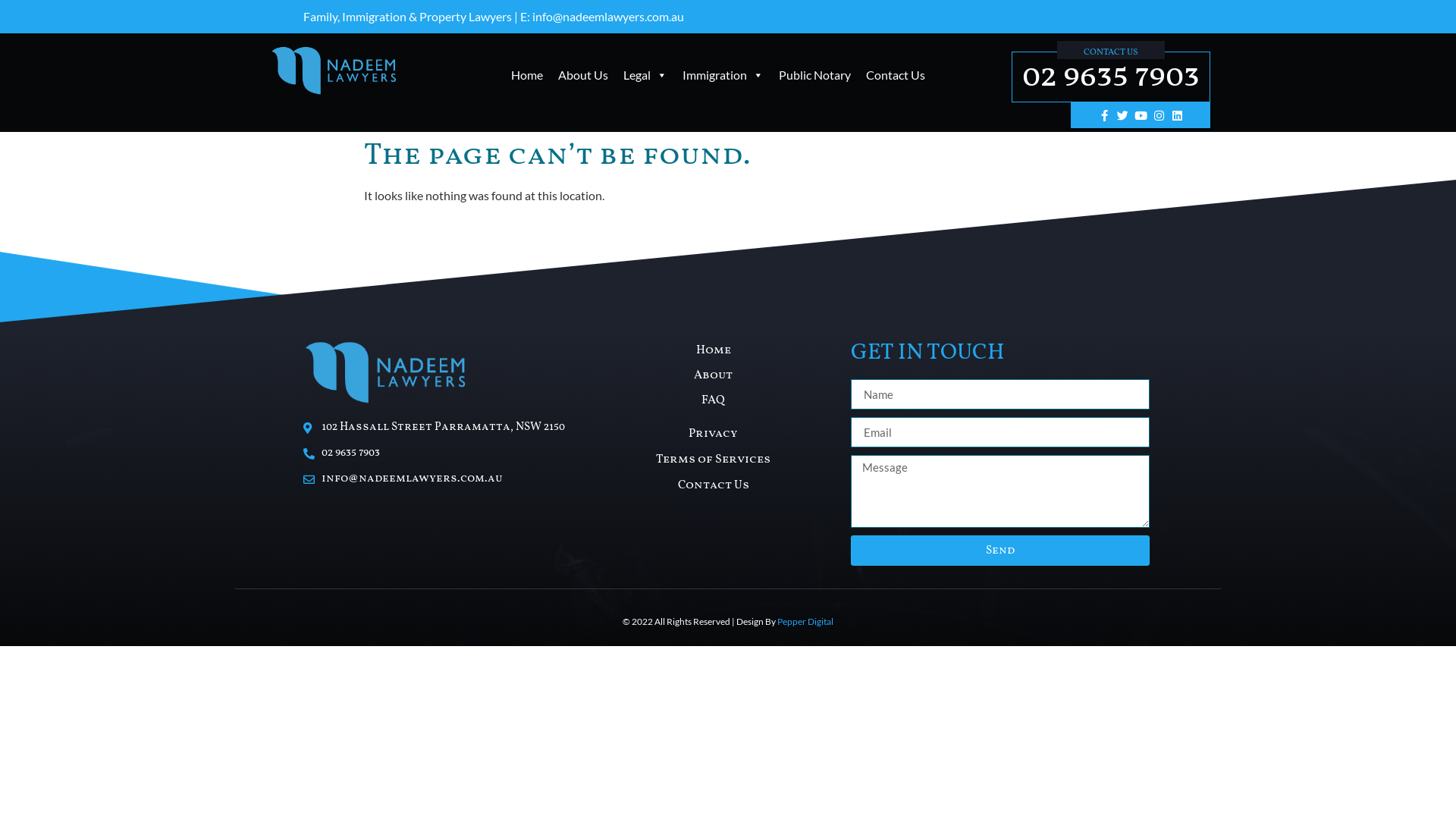 Image resolution: width=1456 pixels, height=819 pixels. Describe the element at coordinates (712, 400) in the screenshot. I see `'FAQ'` at that location.